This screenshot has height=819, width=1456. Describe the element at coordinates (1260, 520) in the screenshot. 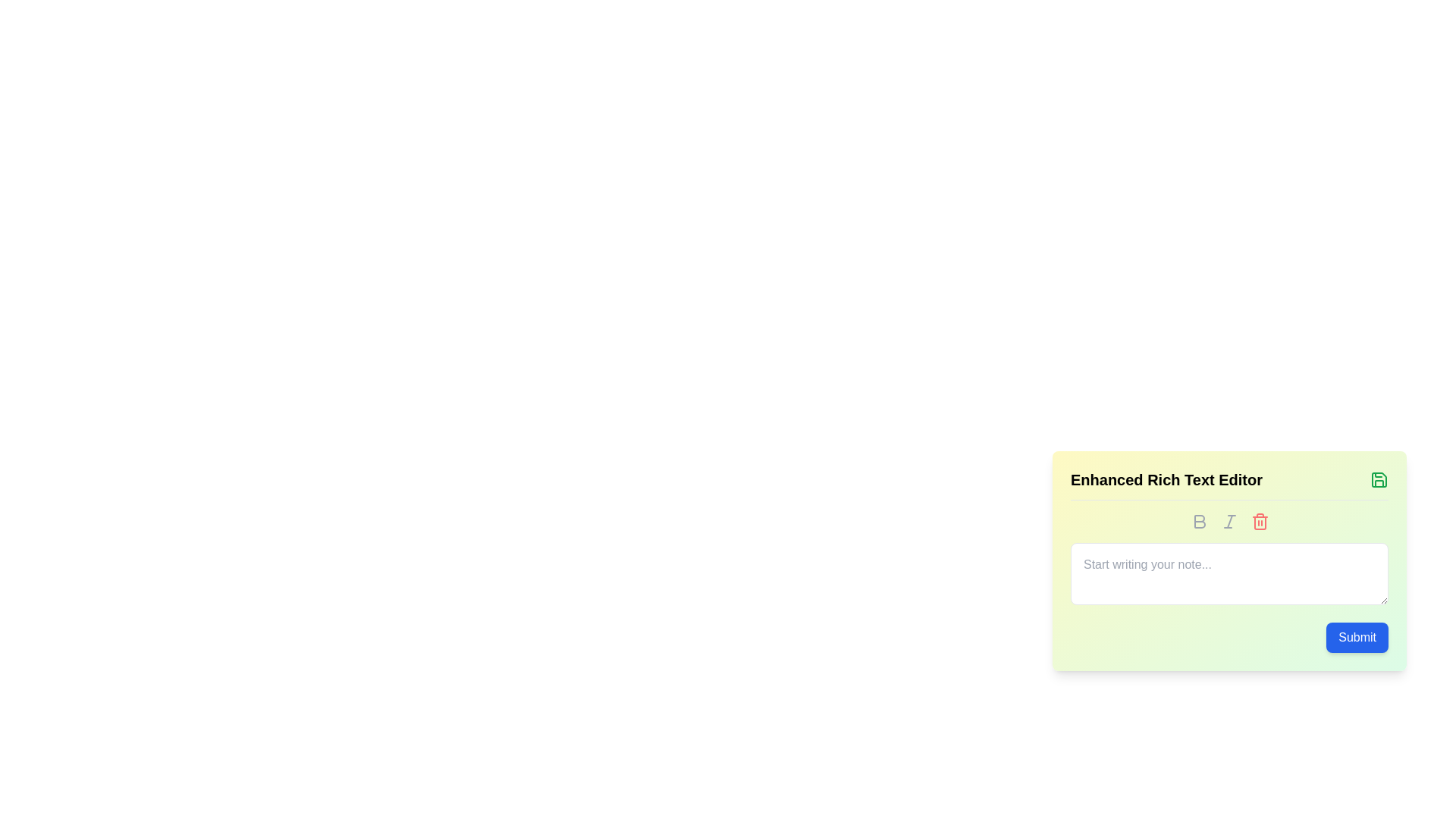

I see `the delete icon button in the Enhanced Rich Text Editor toolbar` at that location.